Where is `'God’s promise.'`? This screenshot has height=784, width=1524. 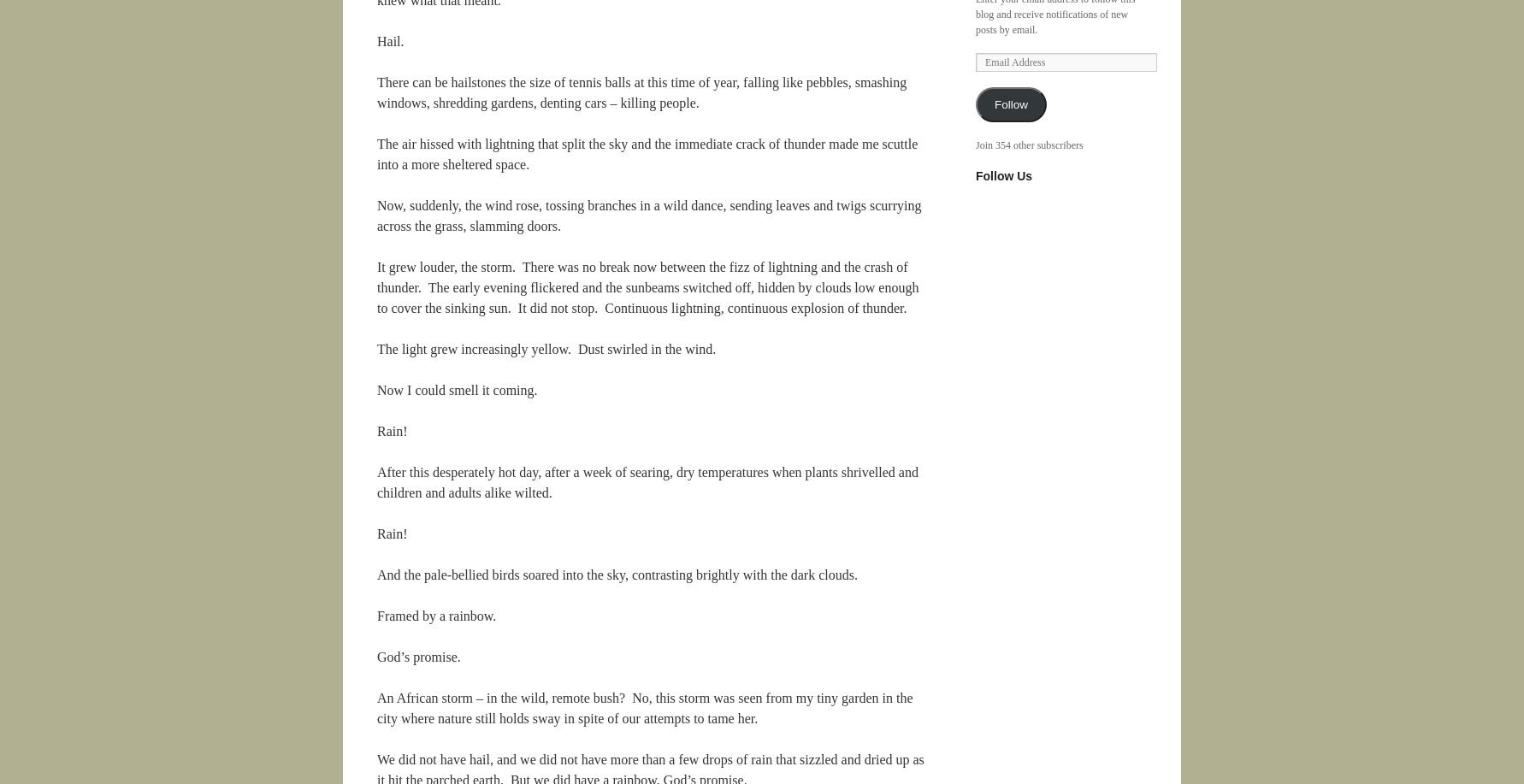
'God’s promise.' is located at coordinates (417, 656).